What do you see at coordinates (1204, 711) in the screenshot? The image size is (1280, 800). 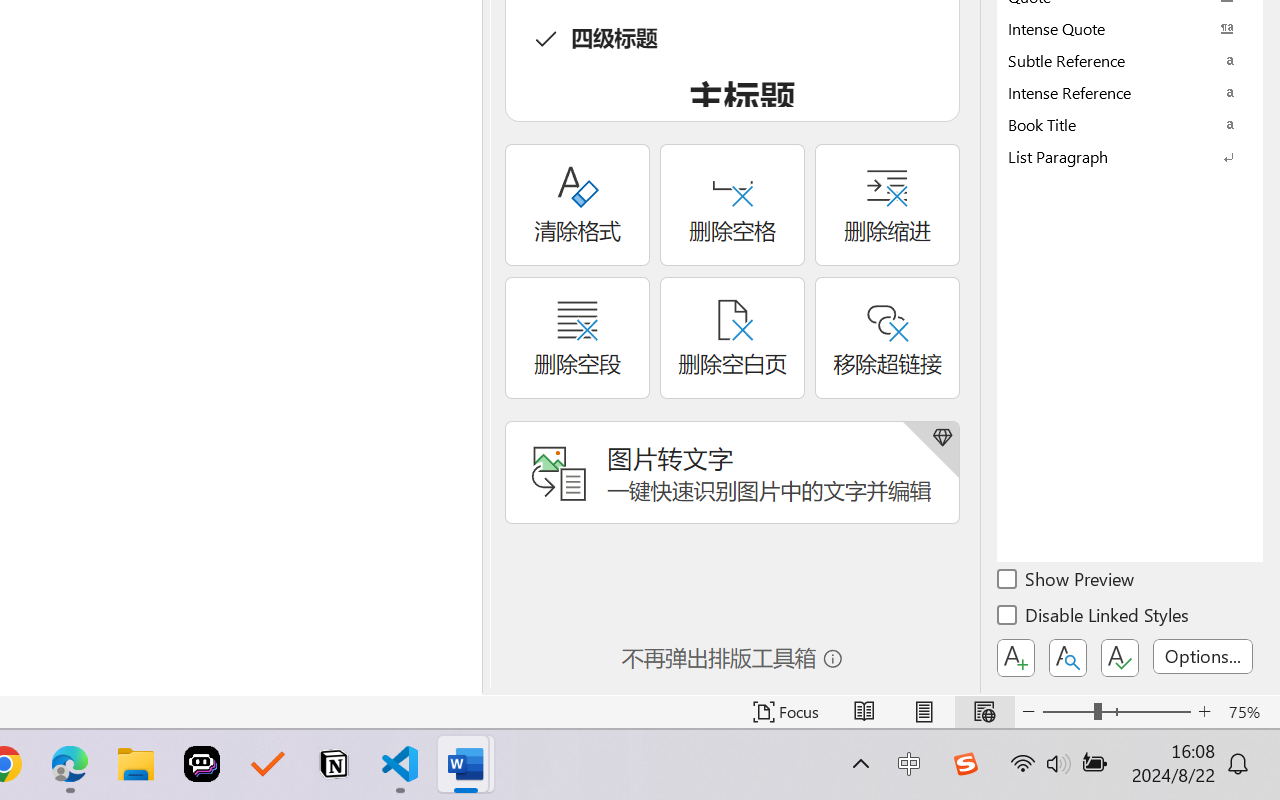 I see `'Zoom In'` at bounding box center [1204, 711].